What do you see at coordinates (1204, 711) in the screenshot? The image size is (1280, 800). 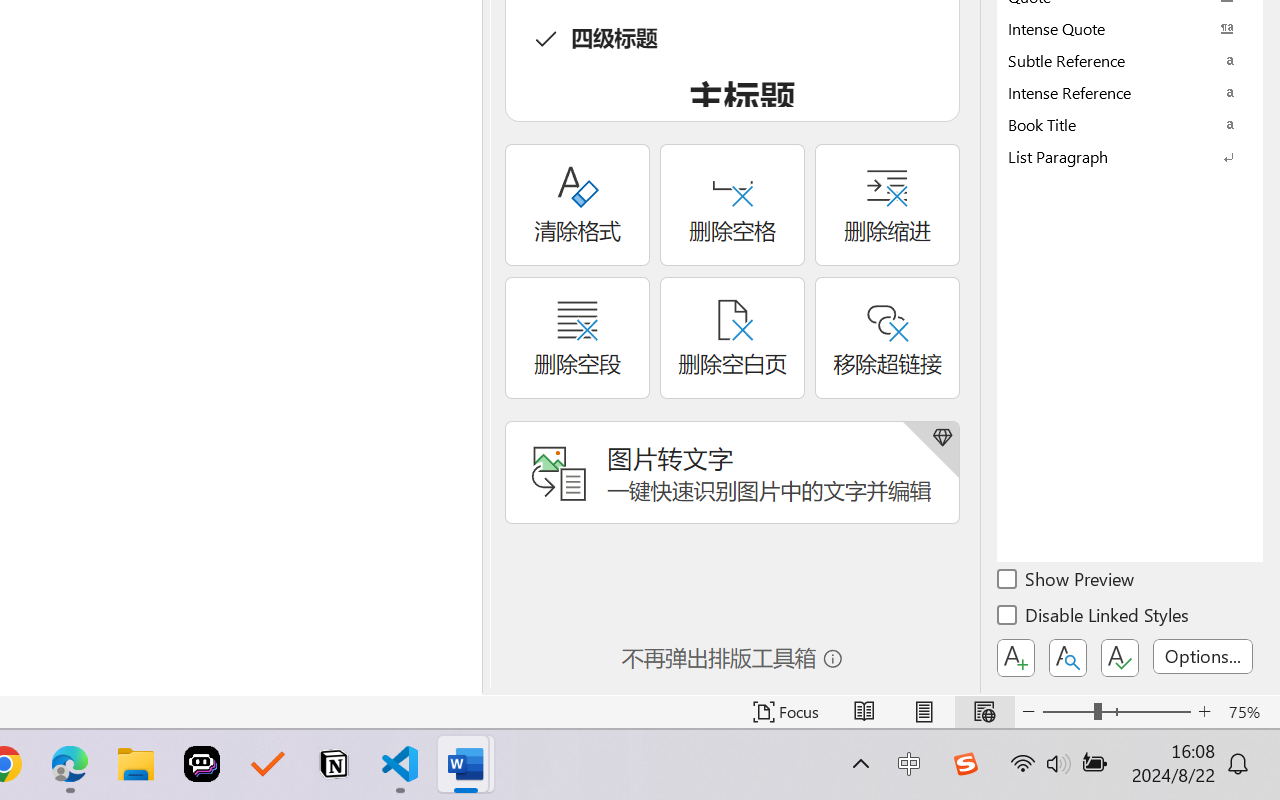 I see `'Zoom In'` at bounding box center [1204, 711].